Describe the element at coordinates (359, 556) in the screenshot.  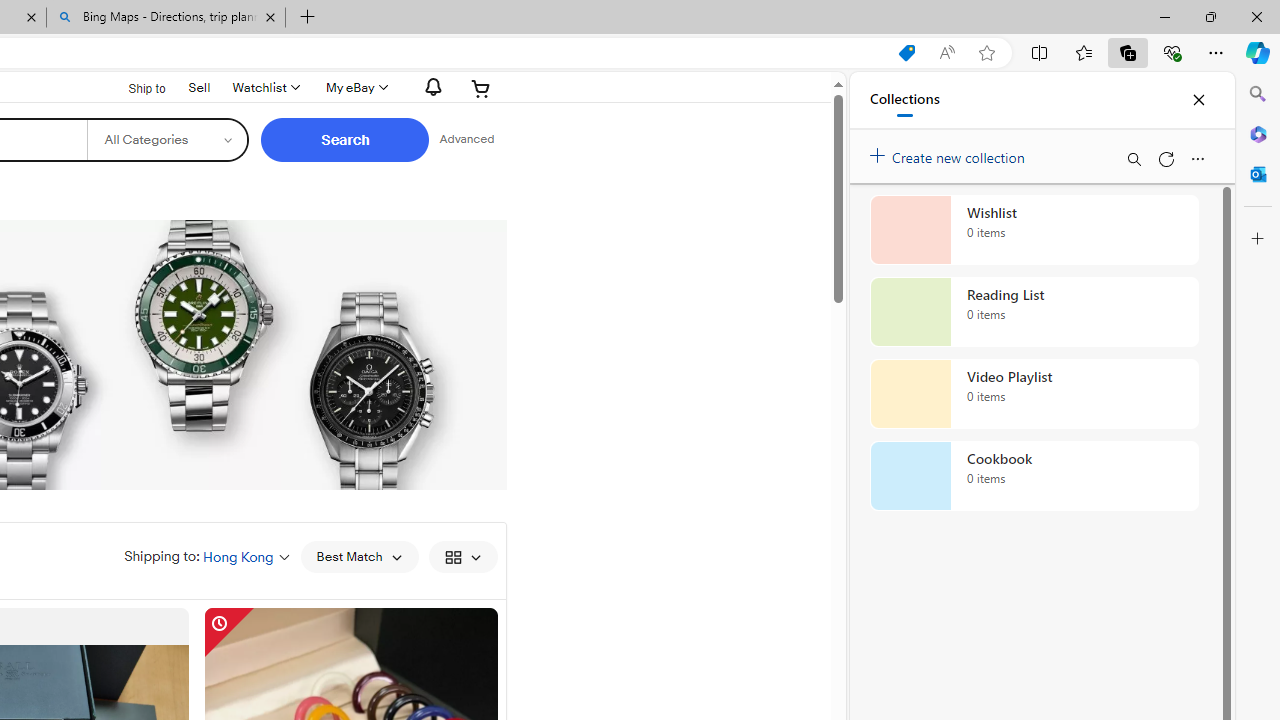
I see `'Sort: Best Match'` at that location.